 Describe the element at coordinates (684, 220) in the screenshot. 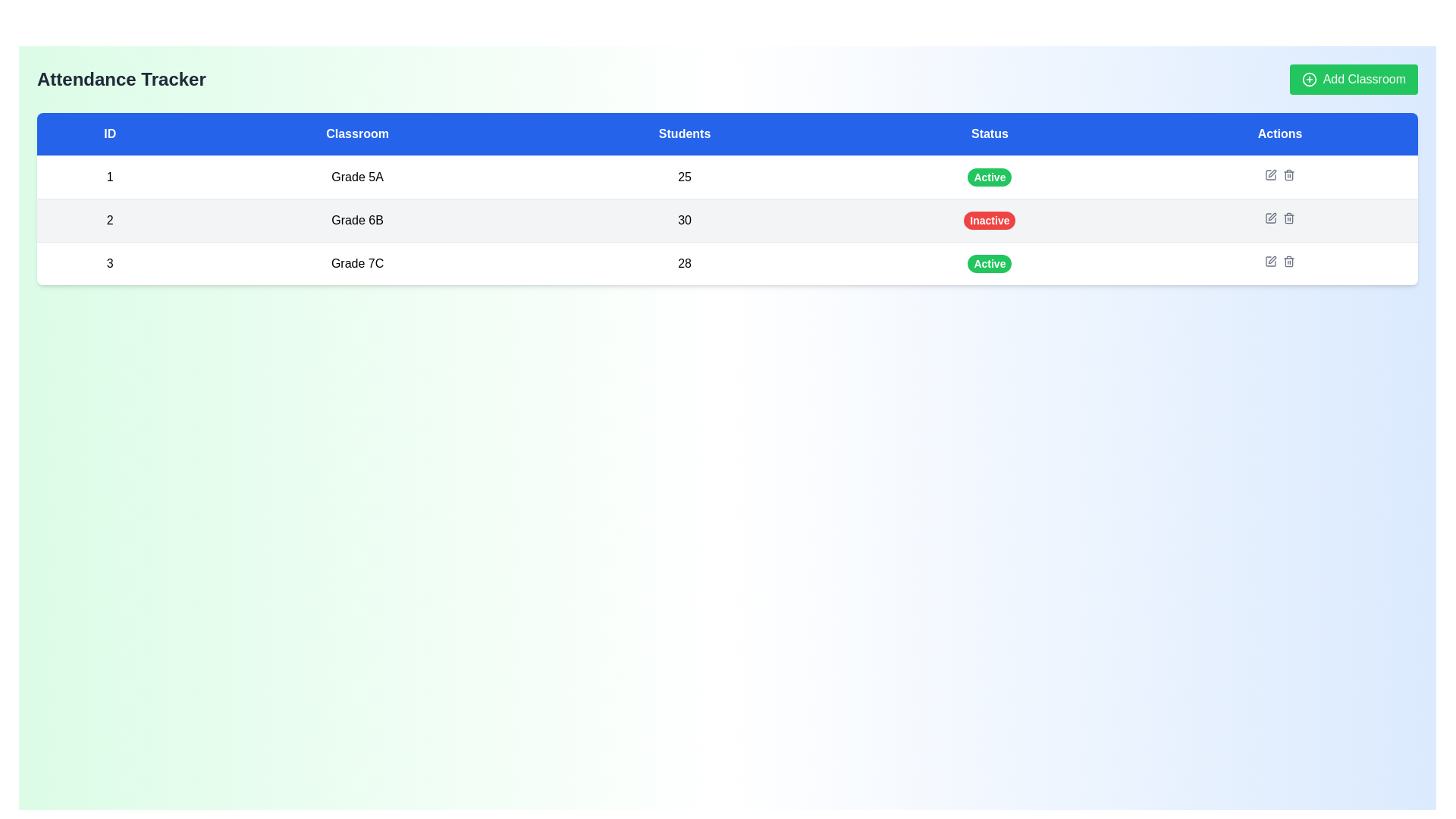

I see `the read-only text displaying the number of students associated with the class 'Grade 6B', which is located in the third column of the table beneath 'Grade 5A' and above 'Grade 7C'` at that location.